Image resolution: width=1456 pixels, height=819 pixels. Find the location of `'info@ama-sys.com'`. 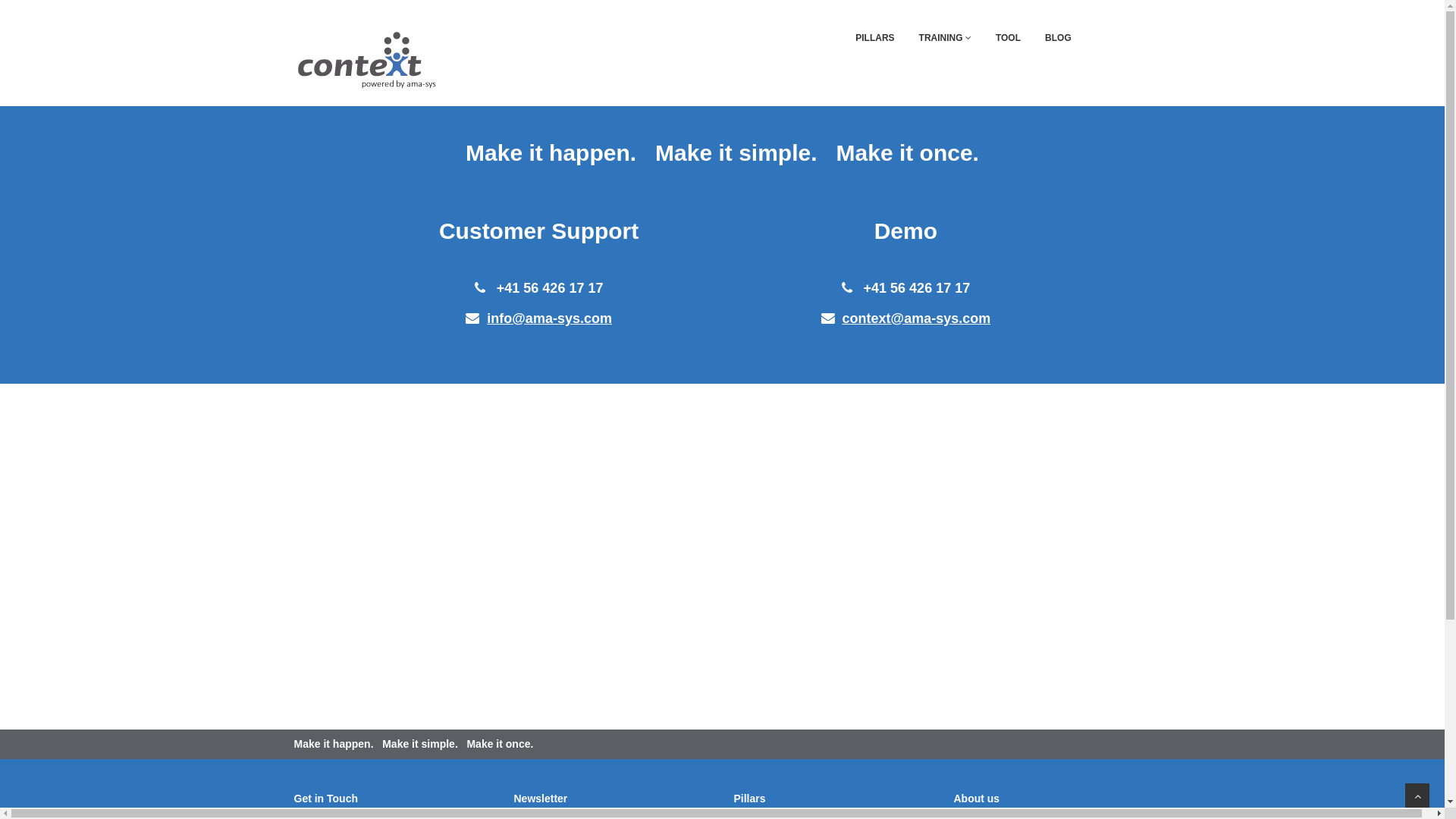

'info@ama-sys.com' is located at coordinates (548, 318).